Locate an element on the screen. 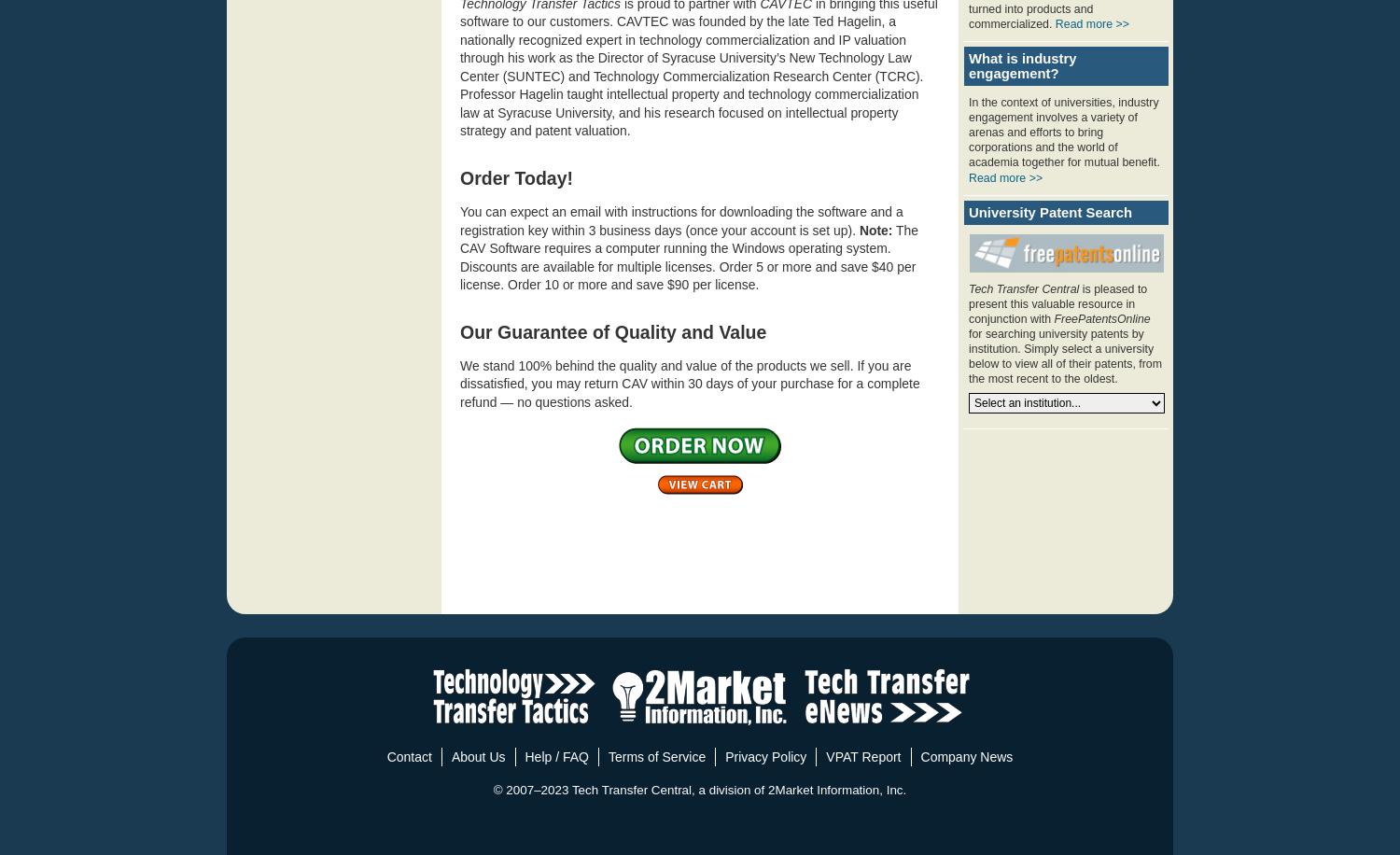 This screenshot has width=1400, height=855. 'Note:' is located at coordinates (858, 230).